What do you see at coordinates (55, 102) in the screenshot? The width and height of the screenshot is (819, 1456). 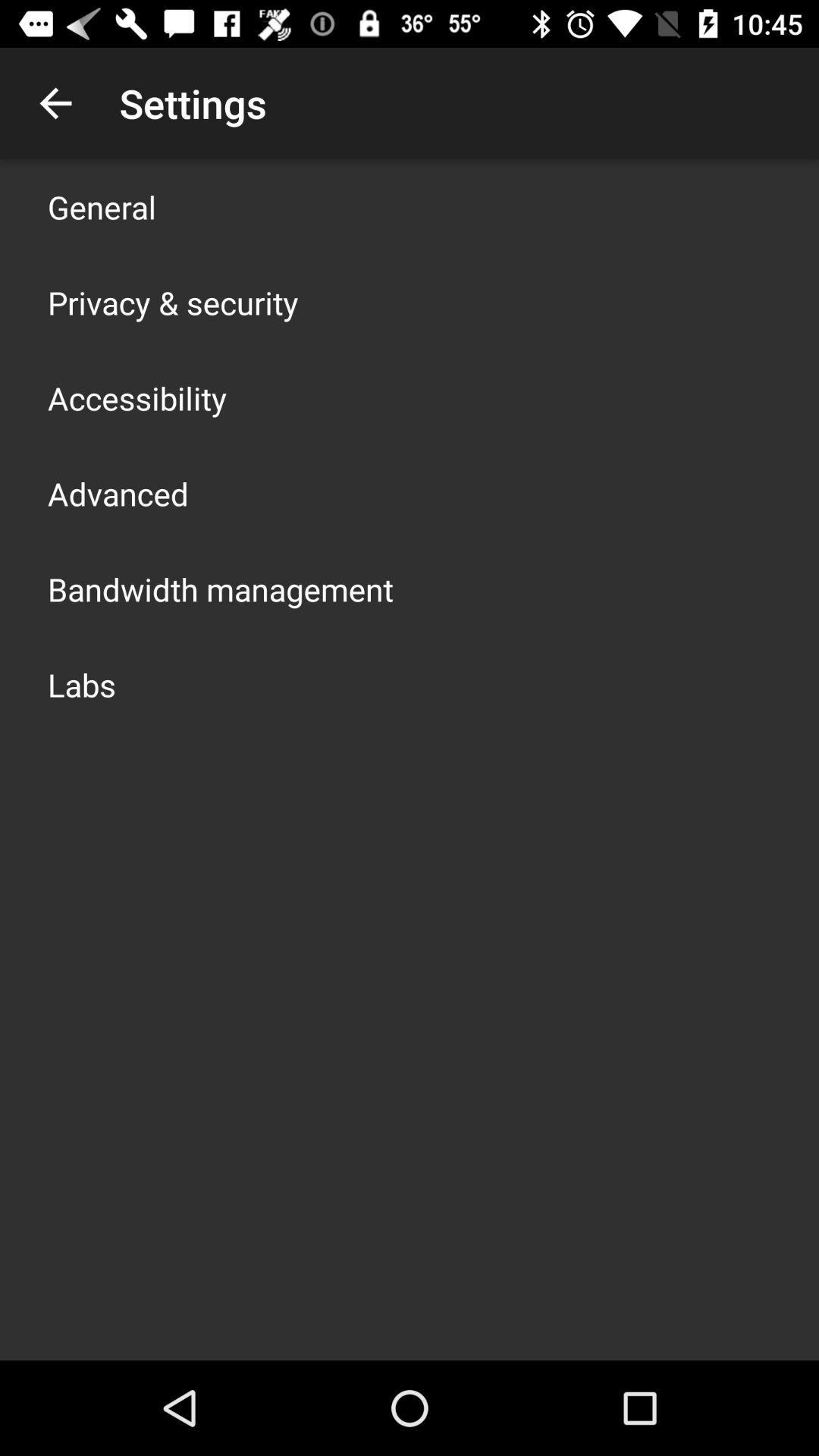 I see `app above general icon` at bounding box center [55, 102].